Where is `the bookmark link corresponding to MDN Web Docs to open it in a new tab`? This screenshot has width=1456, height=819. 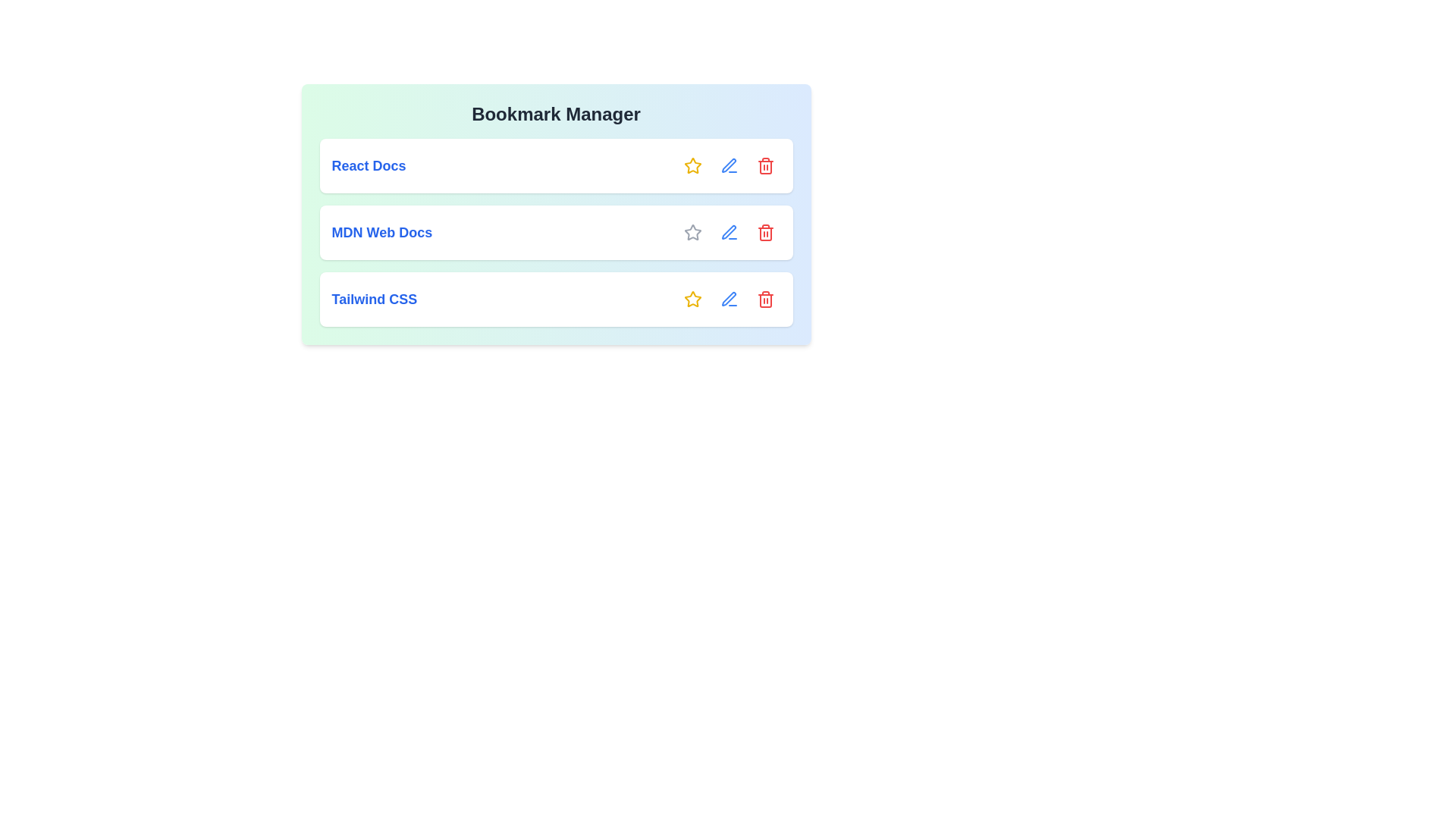 the bookmark link corresponding to MDN Web Docs to open it in a new tab is located at coordinates (381, 233).